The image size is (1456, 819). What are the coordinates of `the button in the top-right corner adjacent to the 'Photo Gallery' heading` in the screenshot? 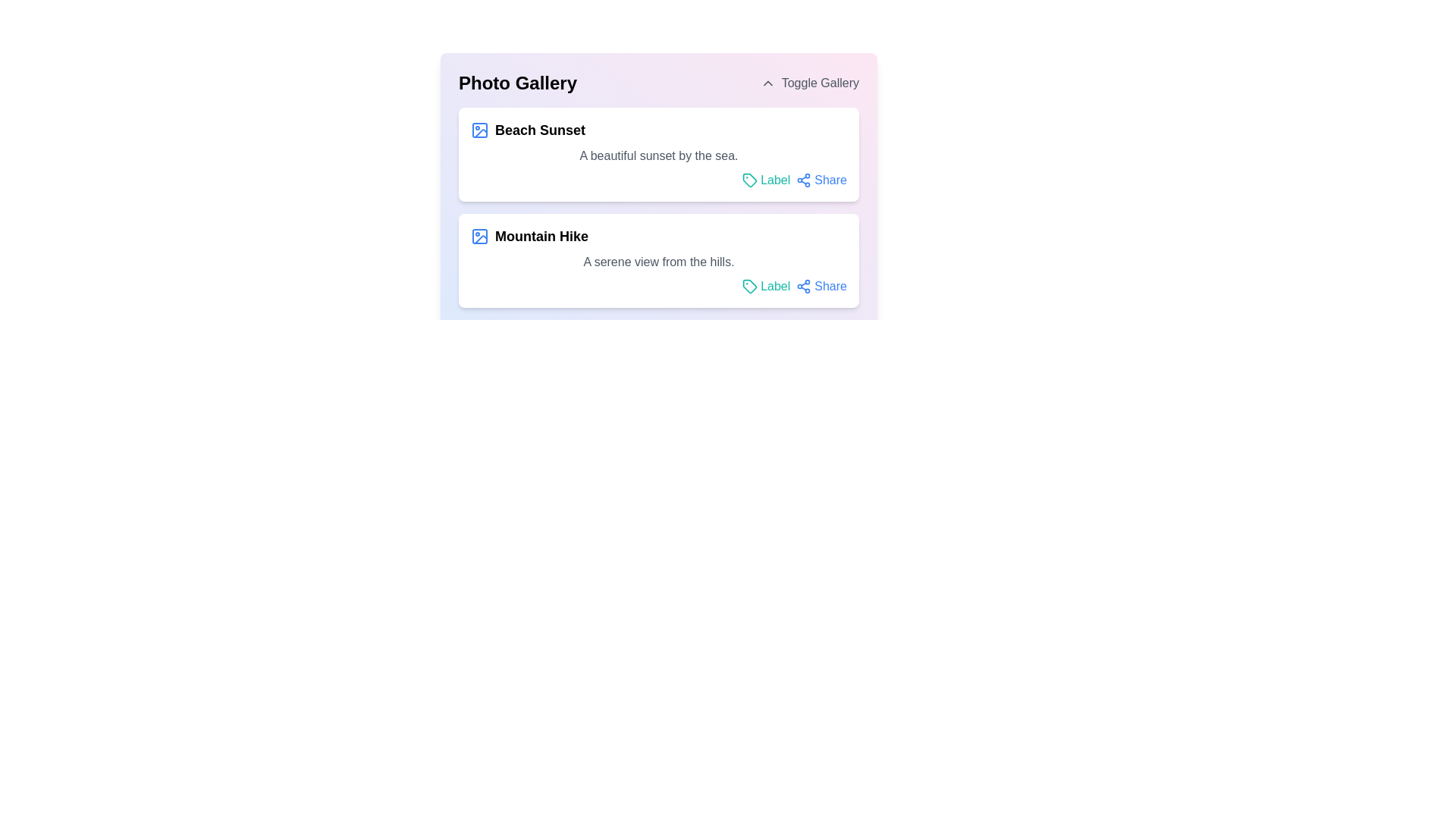 It's located at (808, 83).